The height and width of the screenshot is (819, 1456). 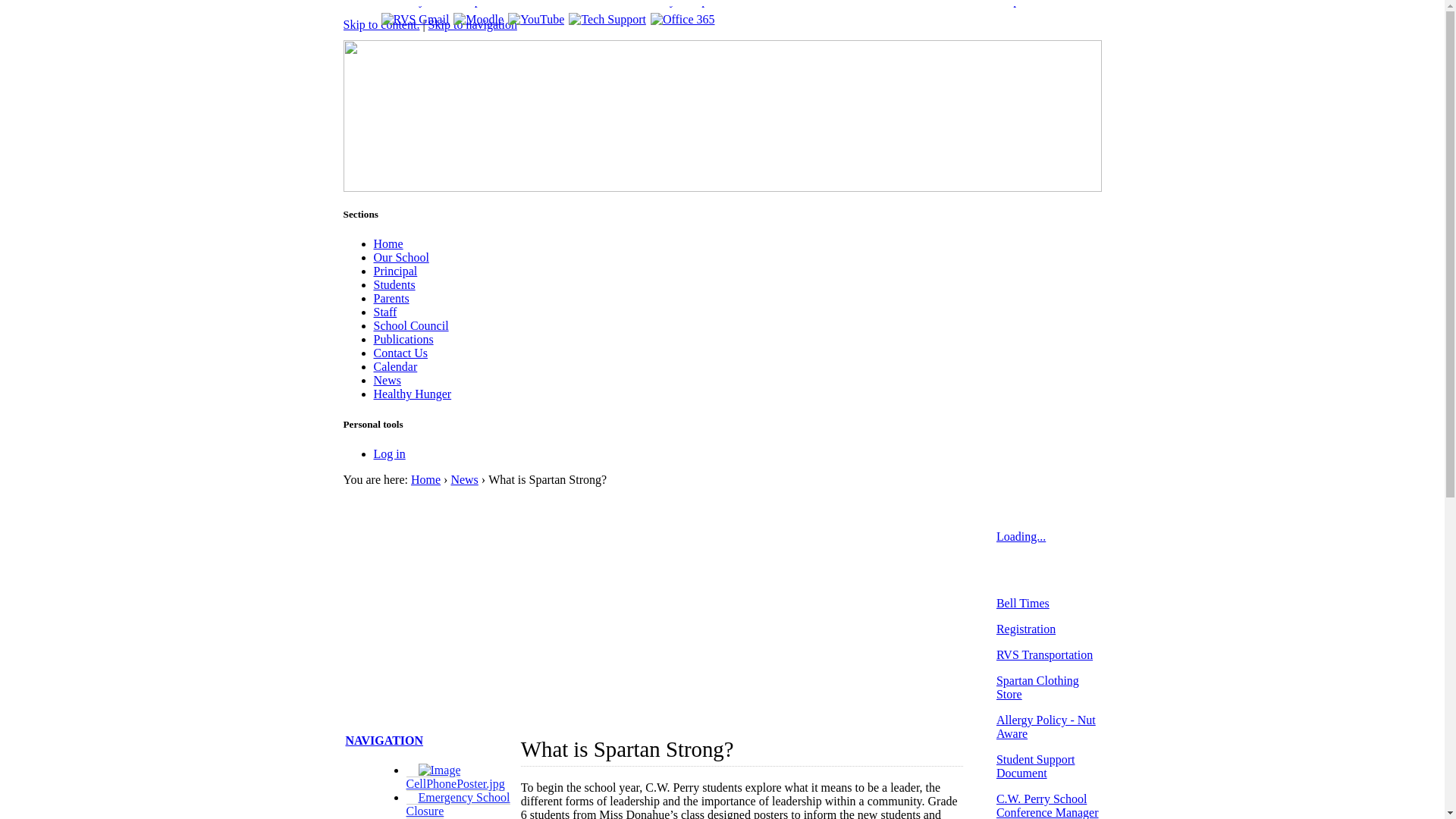 I want to click on 'Log in', so click(x=372, y=453).